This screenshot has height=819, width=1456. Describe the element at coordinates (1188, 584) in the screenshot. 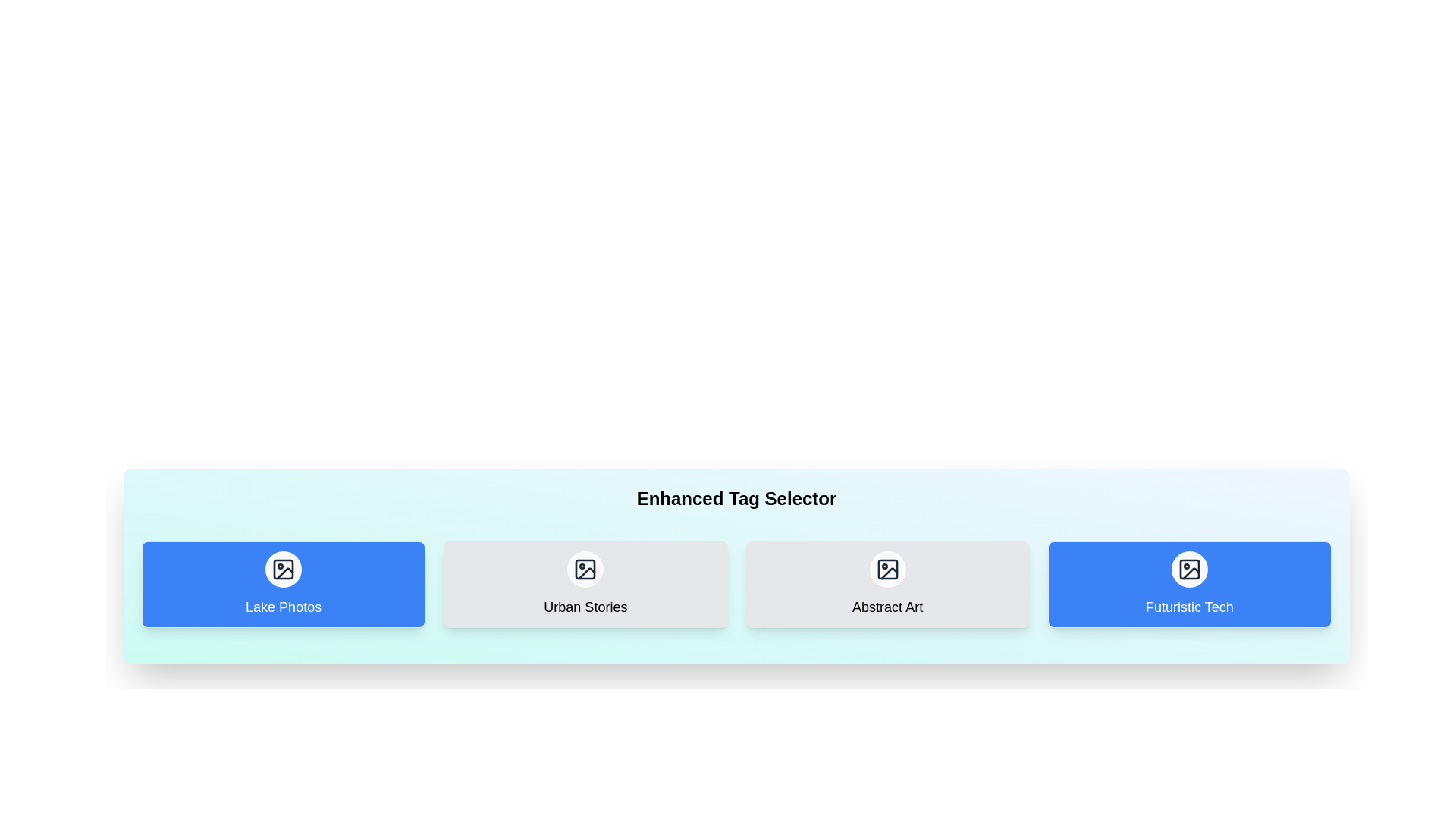

I see `the tag identified by Futuristic Tech` at that location.